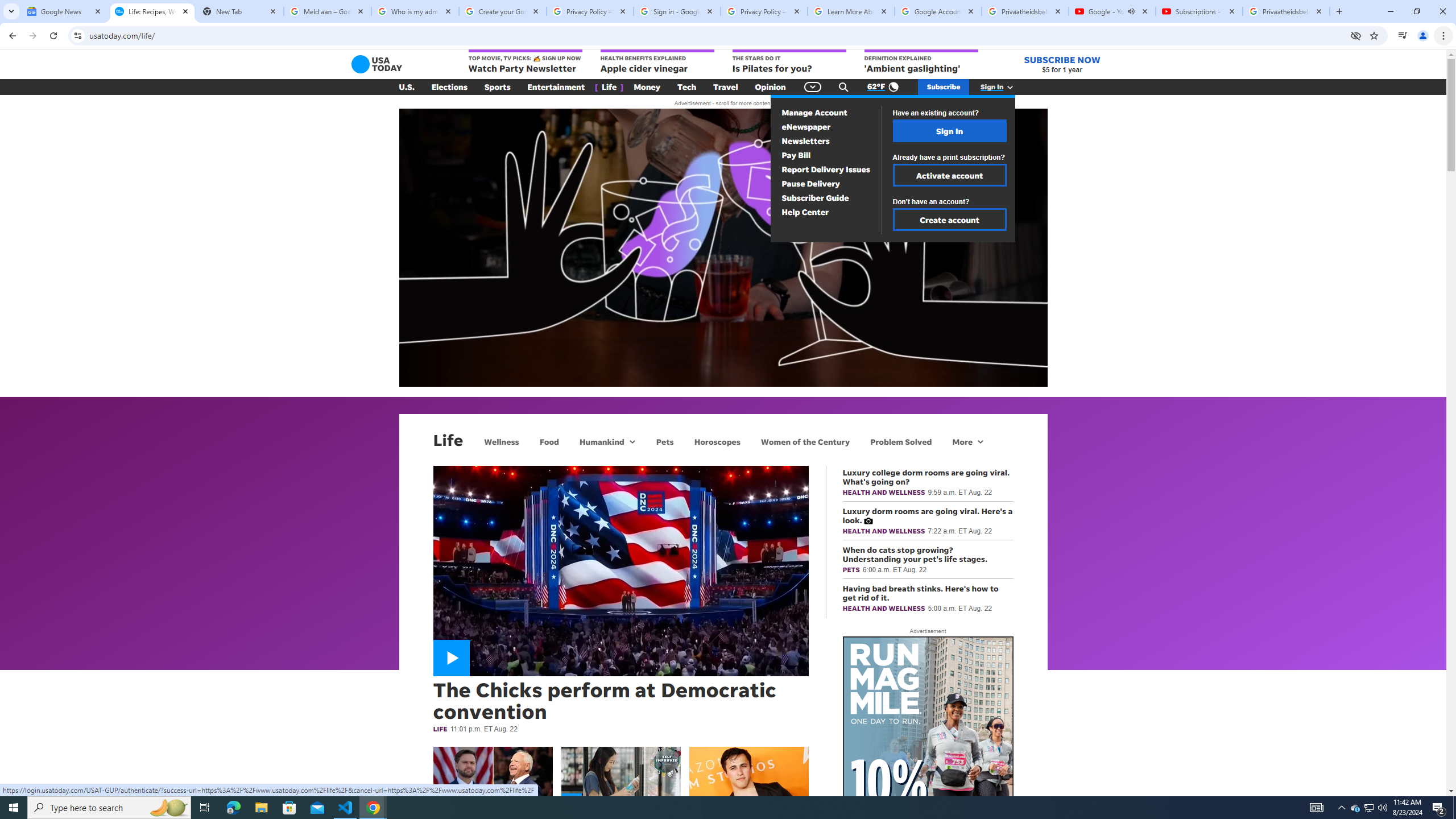  Describe the element at coordinates (900, 441) in the screenshot. I see `'Problem Solved'` at that location.